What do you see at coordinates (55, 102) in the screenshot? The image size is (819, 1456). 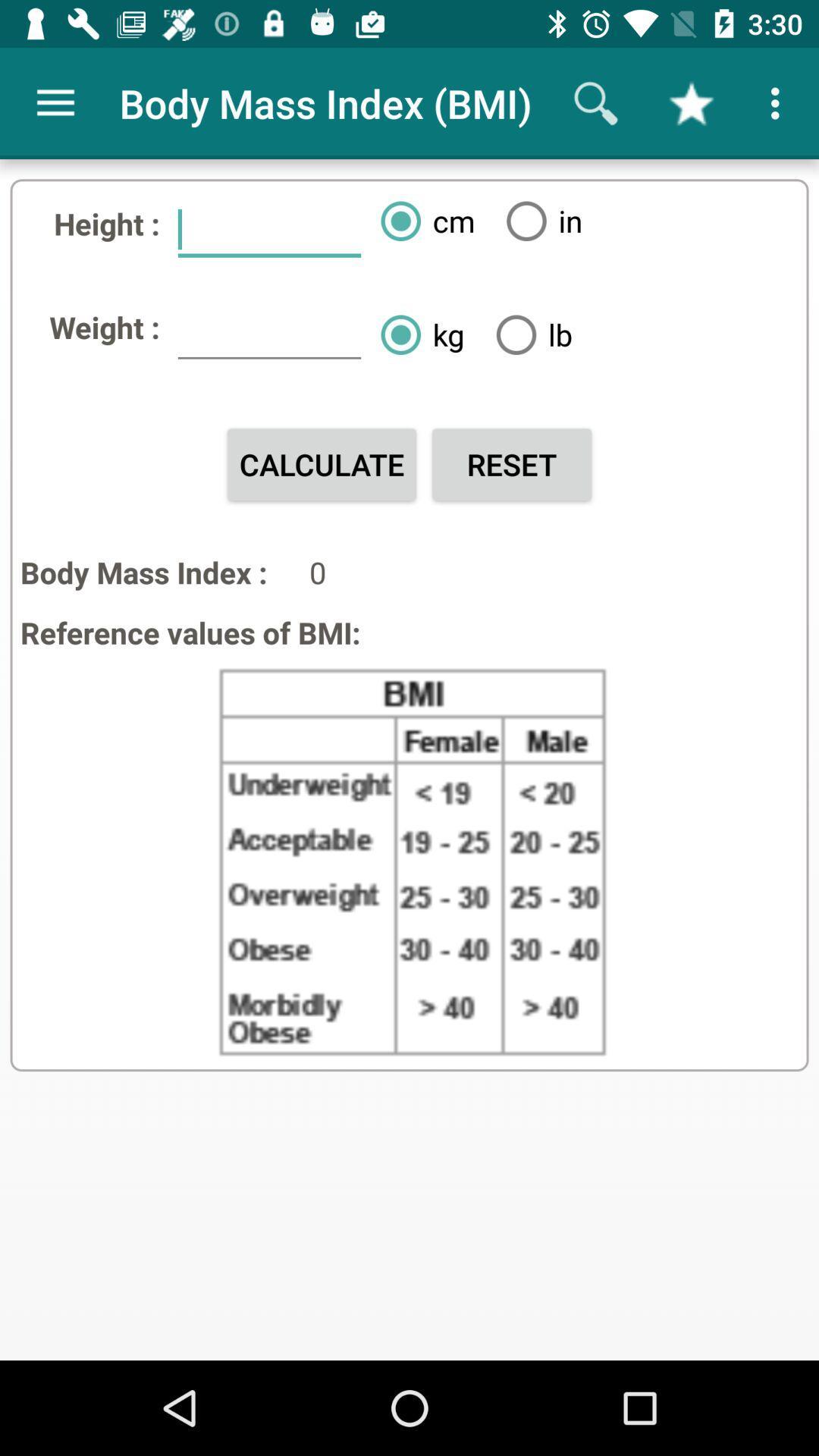 I see `the icon next to body mass index item` at bounding box center [55, 102].